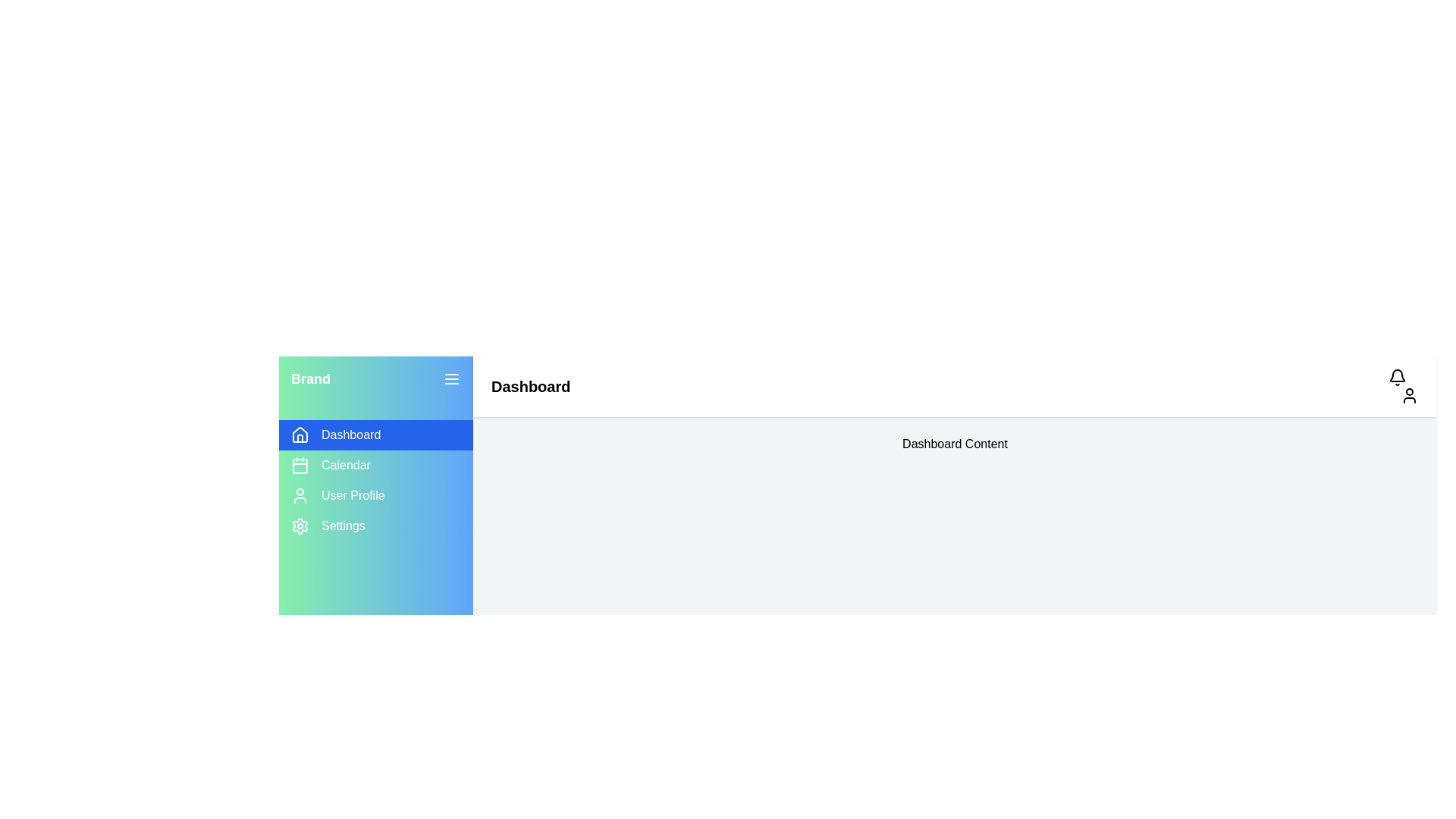  Describe the element at coordinates (300, 526) in the screenshot. I see `the gear-shaped settings icon located in the fourth slot of the left sidebar under the 'User Profile' menu option` at that location.